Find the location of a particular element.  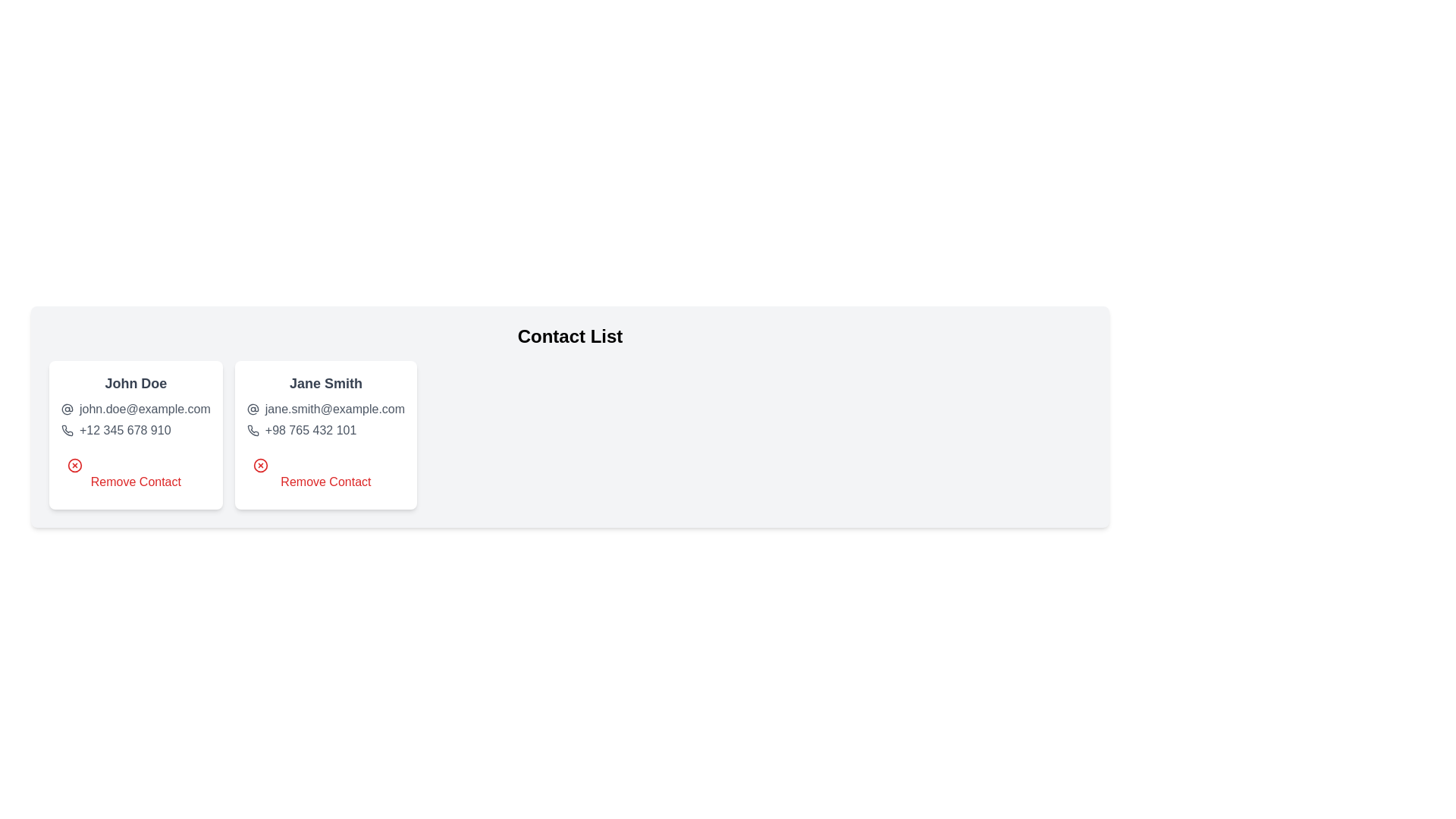

the 'Remove Contact' button for the contact with name Jane Smith is located at coordinates (325, 473).